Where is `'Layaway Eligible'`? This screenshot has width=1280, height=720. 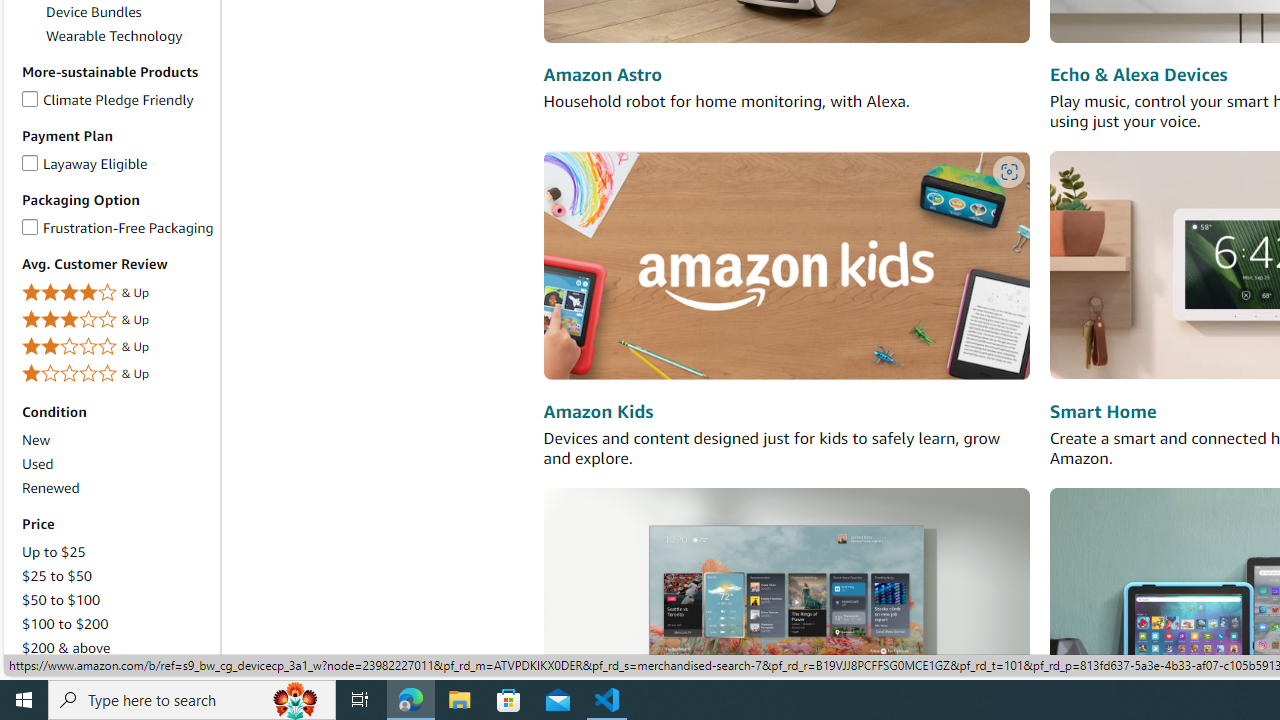 'Layaway Eligible' is located at coordinates (30, 158).